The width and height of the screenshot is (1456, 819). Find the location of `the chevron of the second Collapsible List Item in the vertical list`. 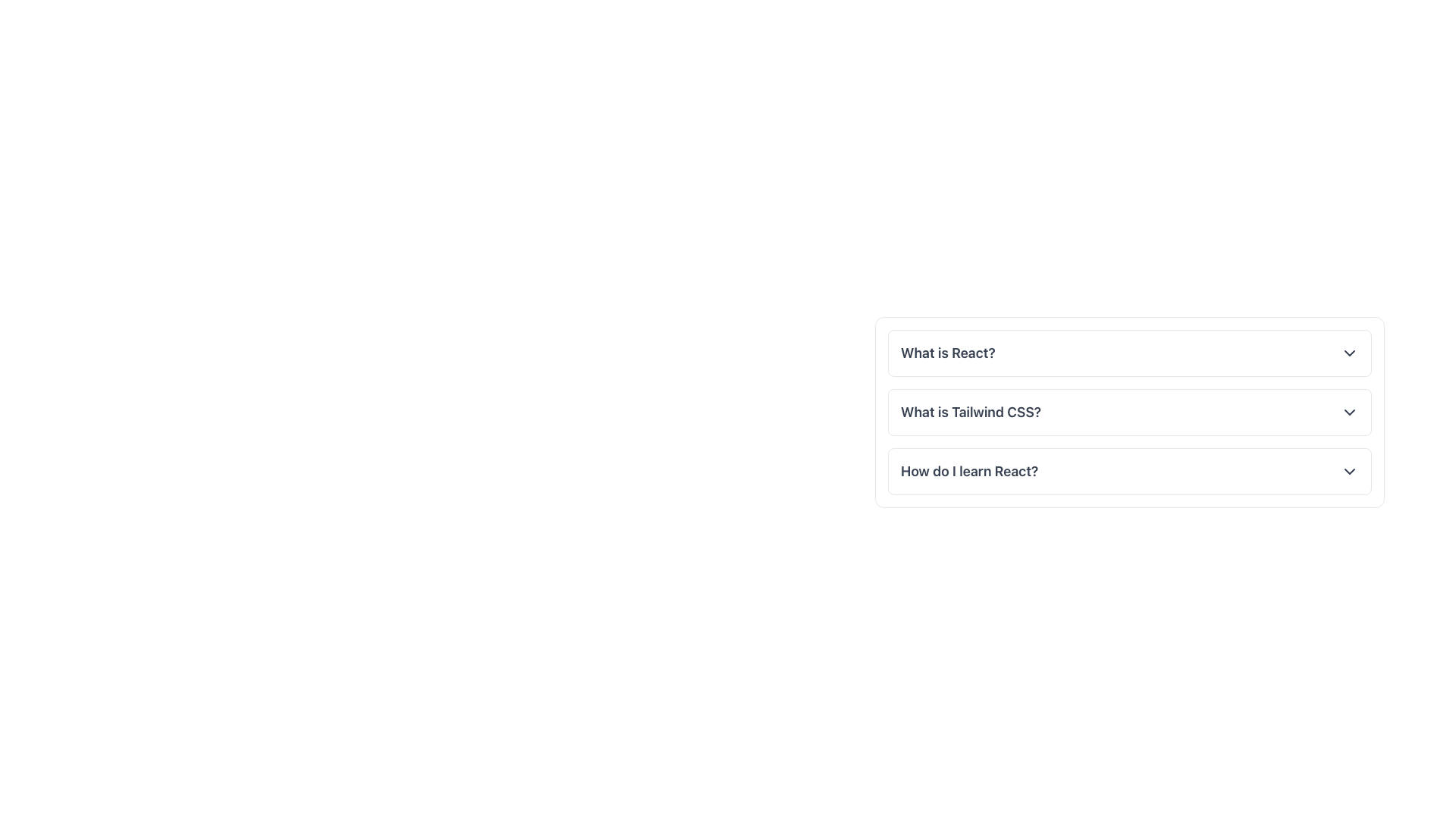

the chevron of the second Collapsible List Item in the vertical list is located at coordinates (1129, 412).